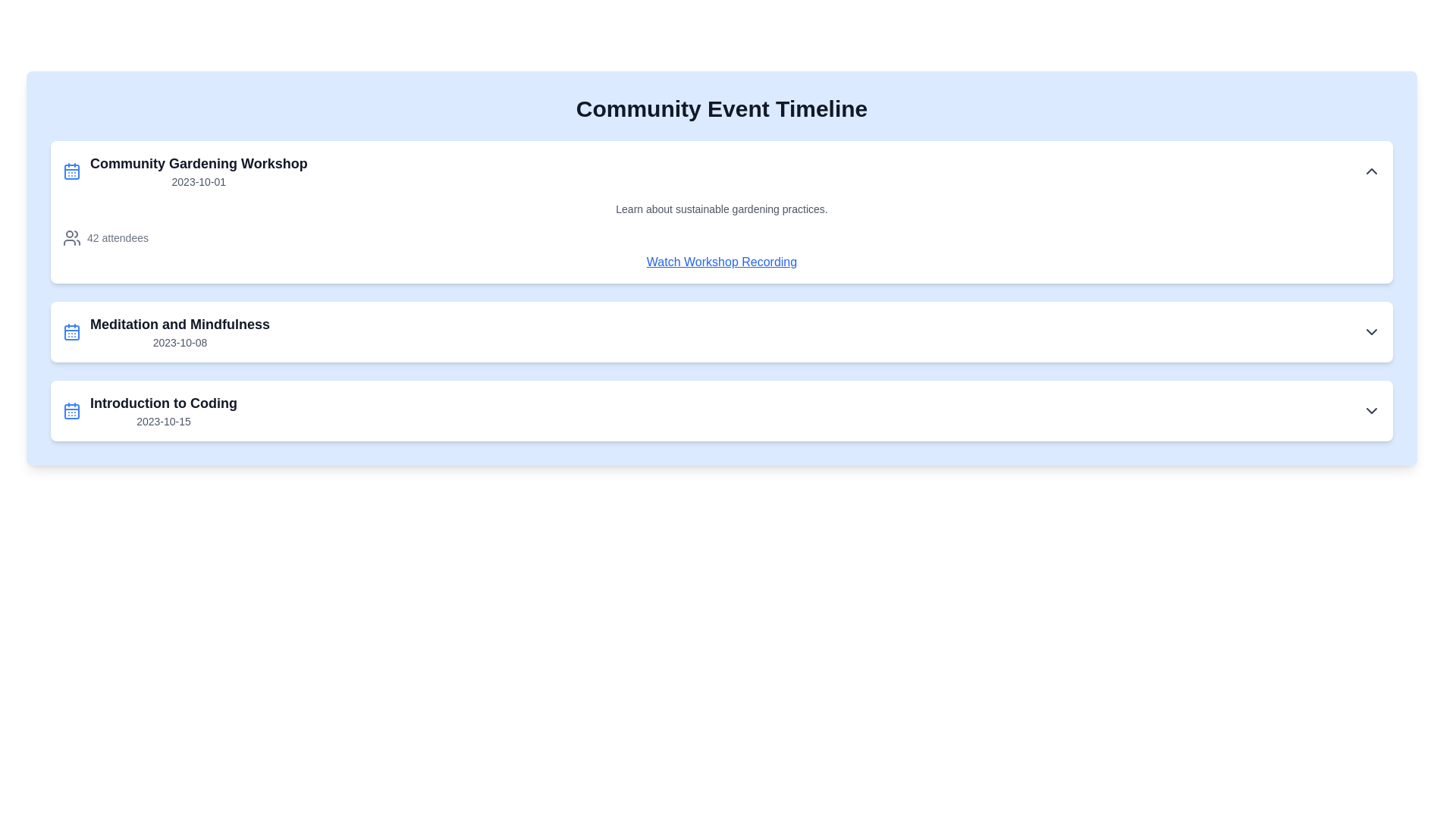 Image resolution: width=1456 pixels, height=819 pixels. I want to click on the upward-facing triangle icon button located at the far-right side of the 'Community Gardening Workshop' section, so click(1372, 171).